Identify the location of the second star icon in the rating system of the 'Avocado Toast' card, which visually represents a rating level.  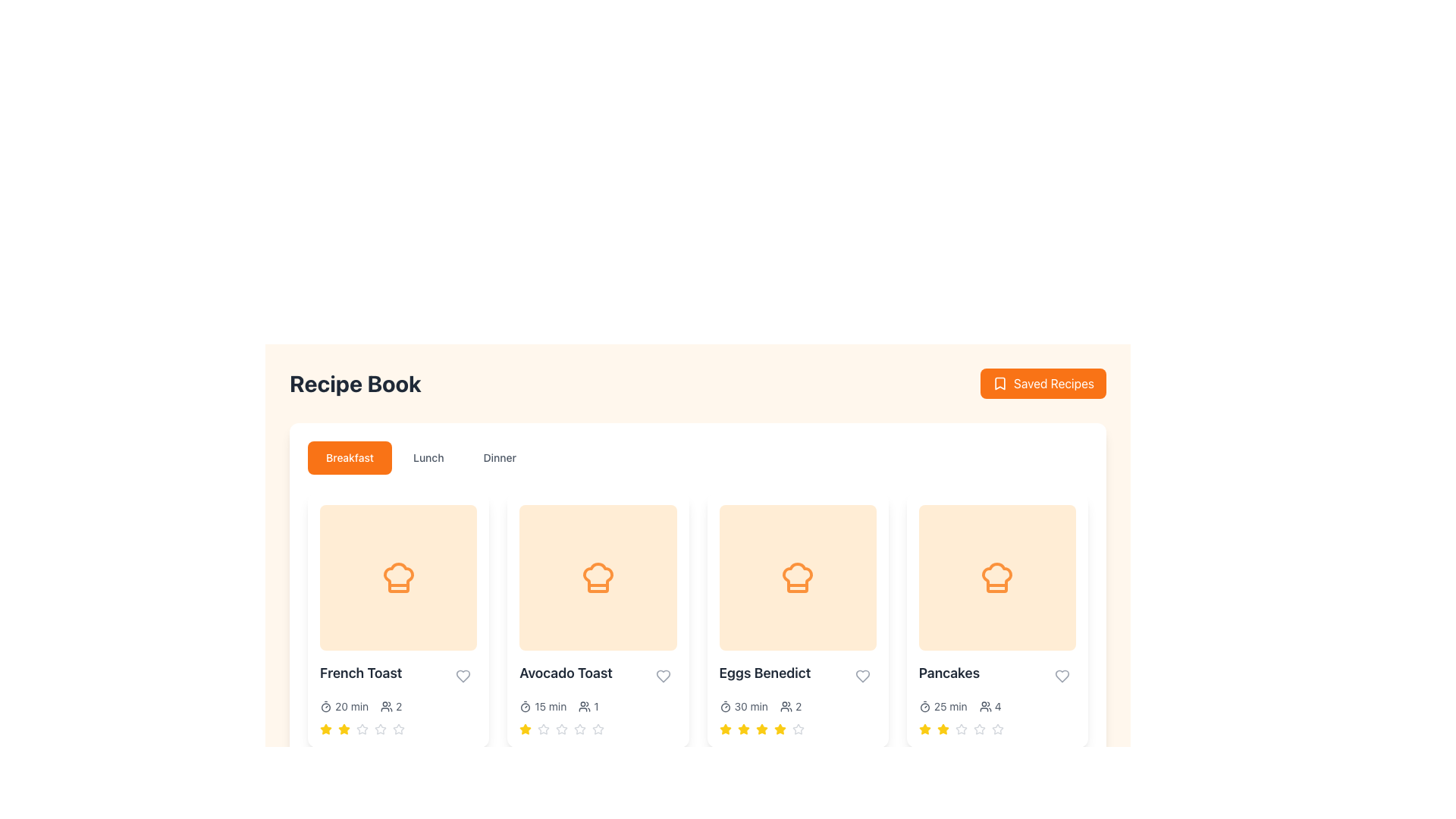
(544, 728).